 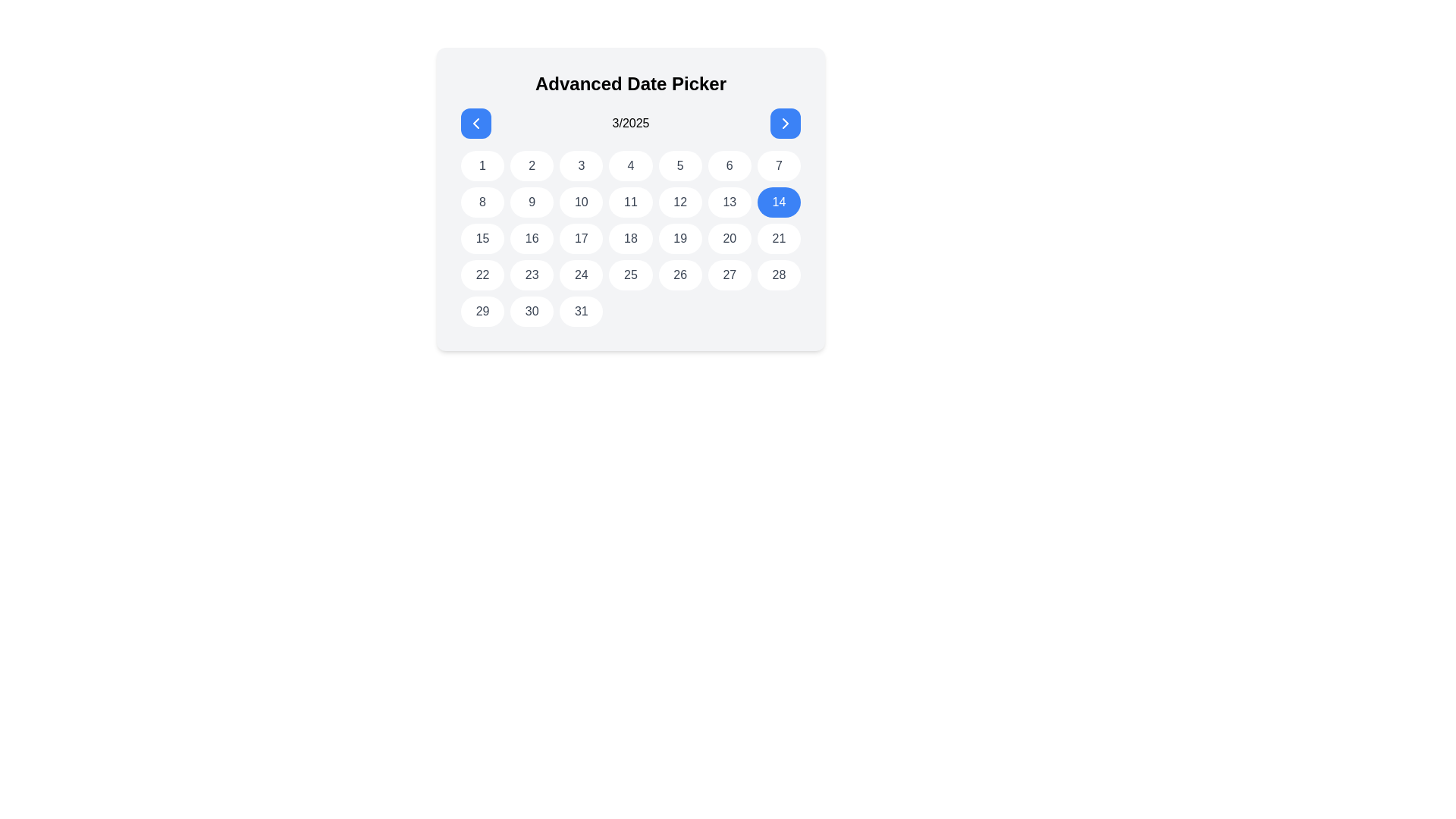 What do you see at coordinates (730, 166) in the screenshot?
I see `the circular button displaying the number '6' in the calendar grid` at bounding box center [730, 166].